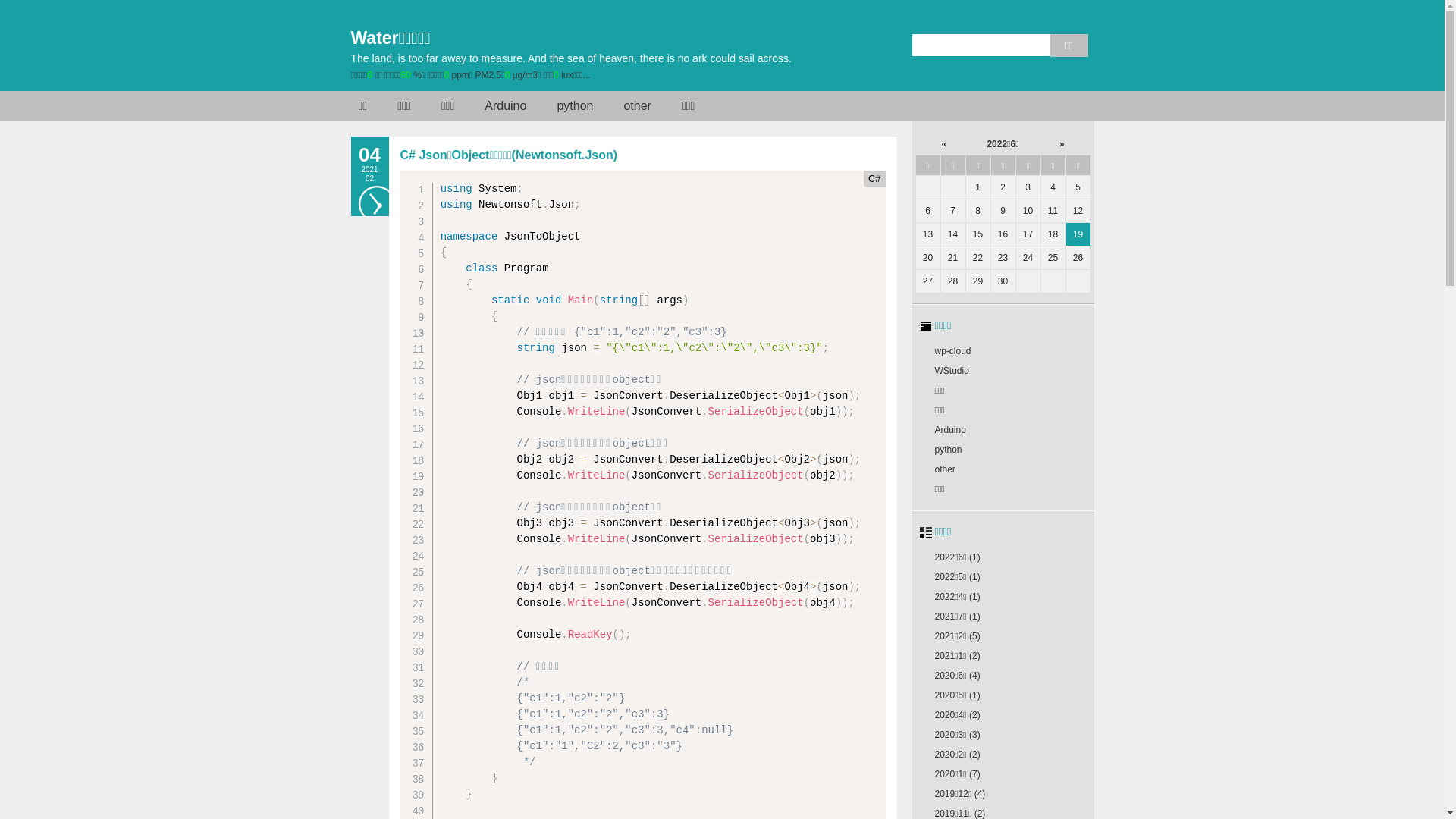 This screenshot has width=1456, height=819. I want to click on 'other', so click(637, 105).